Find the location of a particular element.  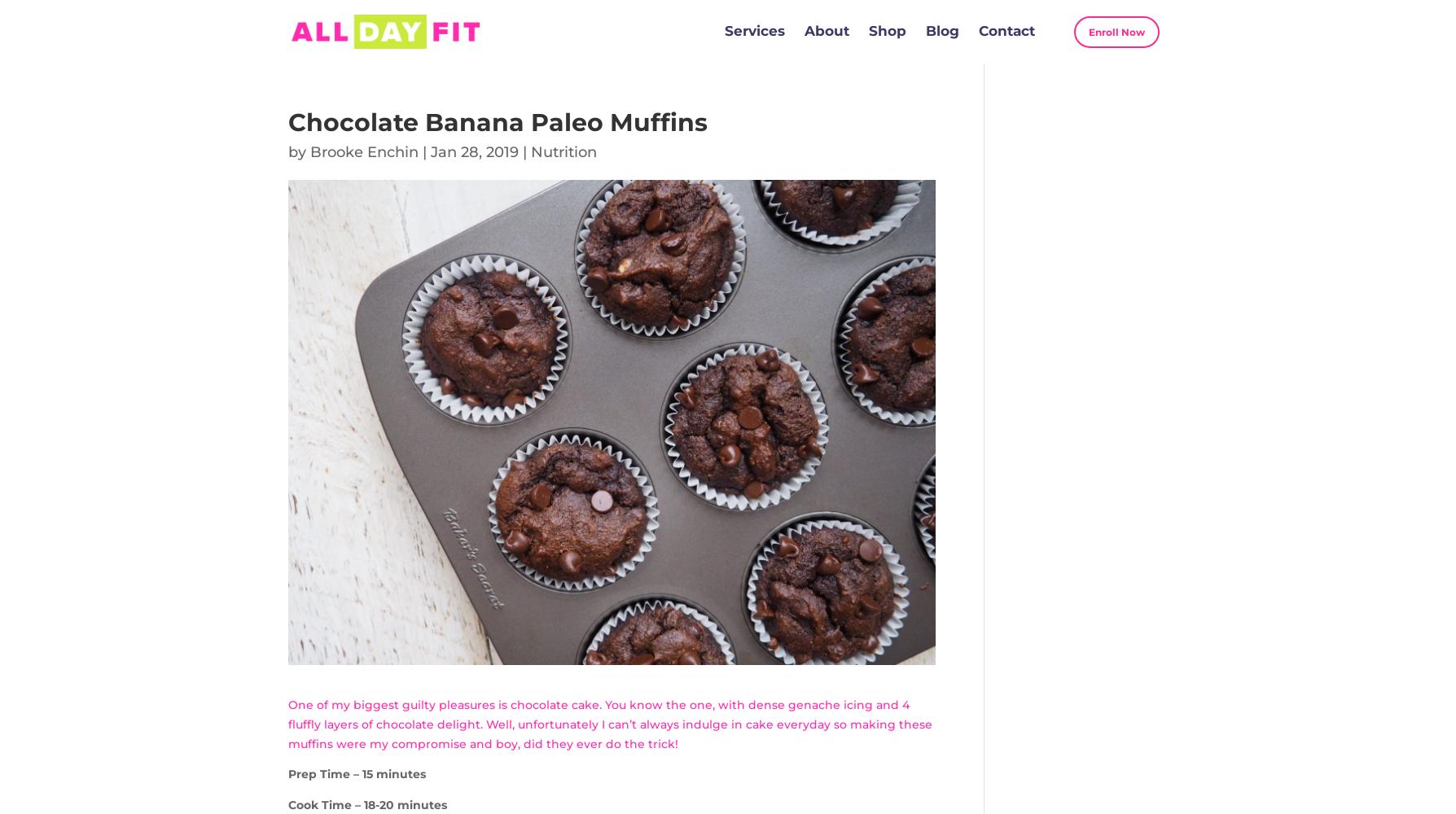

'Shop' is located at coordinates (869, 31).